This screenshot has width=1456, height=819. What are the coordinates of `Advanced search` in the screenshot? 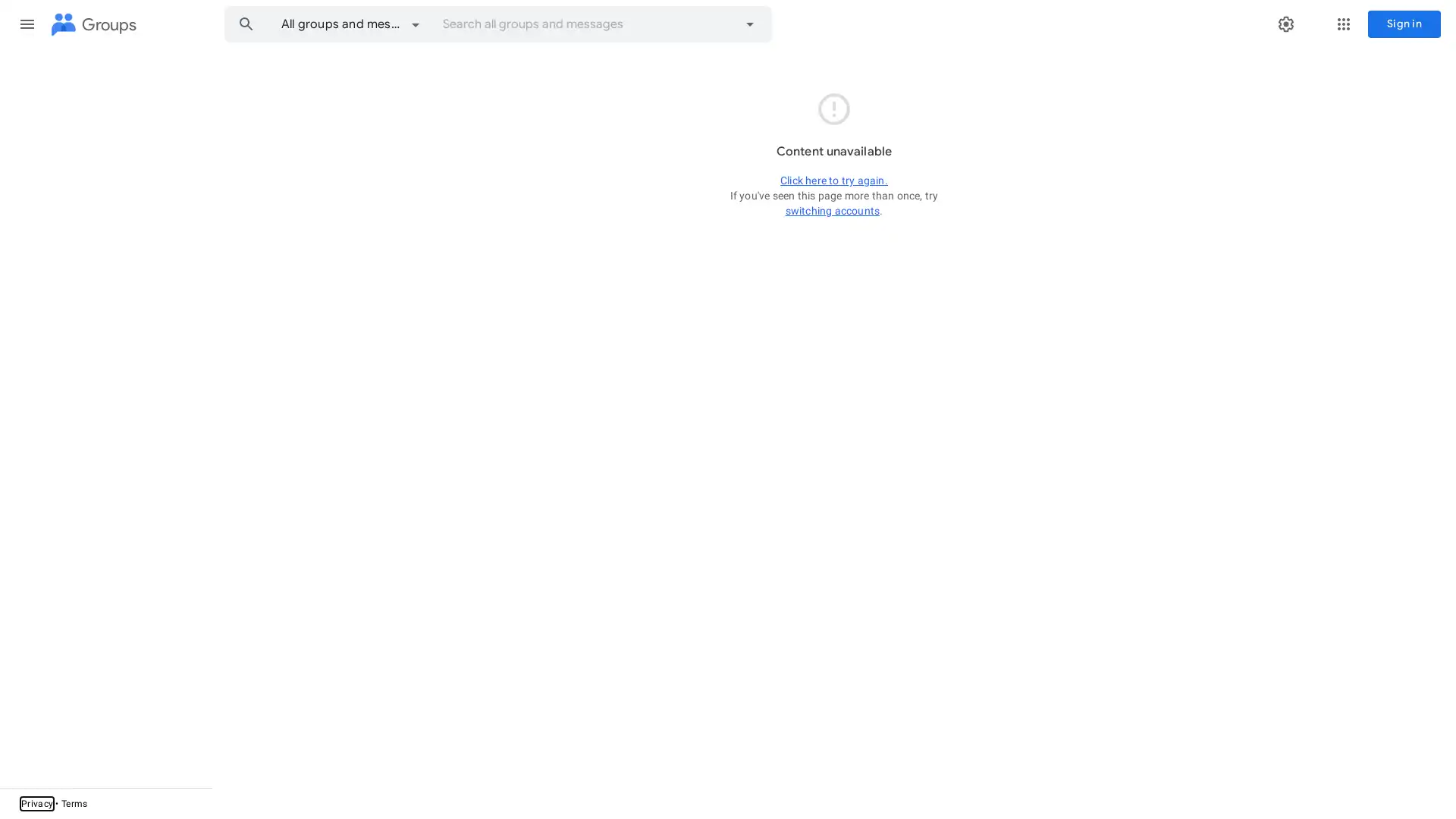 It's located at (749, 24).